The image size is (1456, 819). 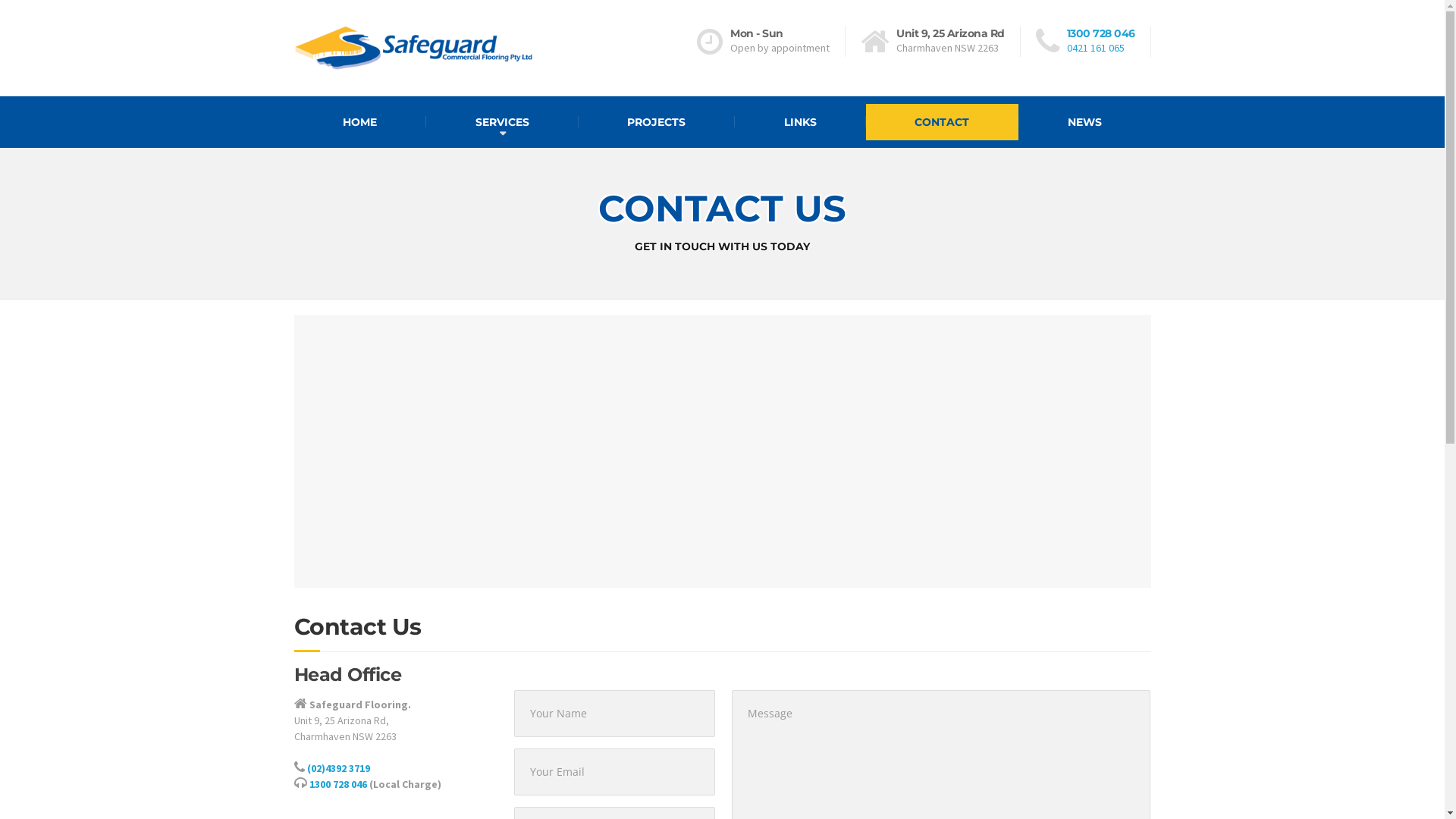 I want to click on '0421 161 065', so click(x=1095, y=46).